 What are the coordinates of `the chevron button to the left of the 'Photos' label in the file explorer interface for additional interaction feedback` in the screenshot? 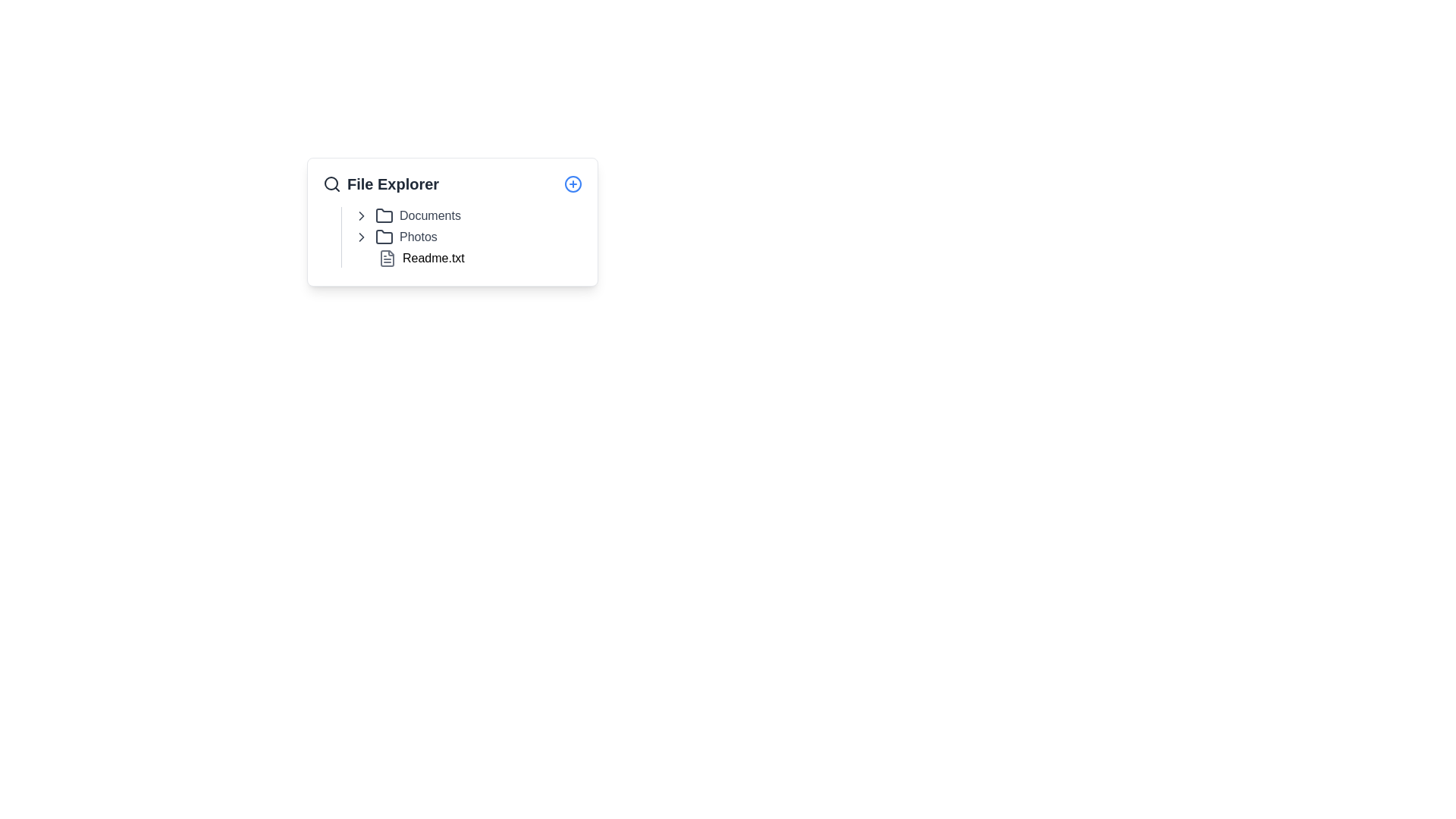 It's located at (360, 237).